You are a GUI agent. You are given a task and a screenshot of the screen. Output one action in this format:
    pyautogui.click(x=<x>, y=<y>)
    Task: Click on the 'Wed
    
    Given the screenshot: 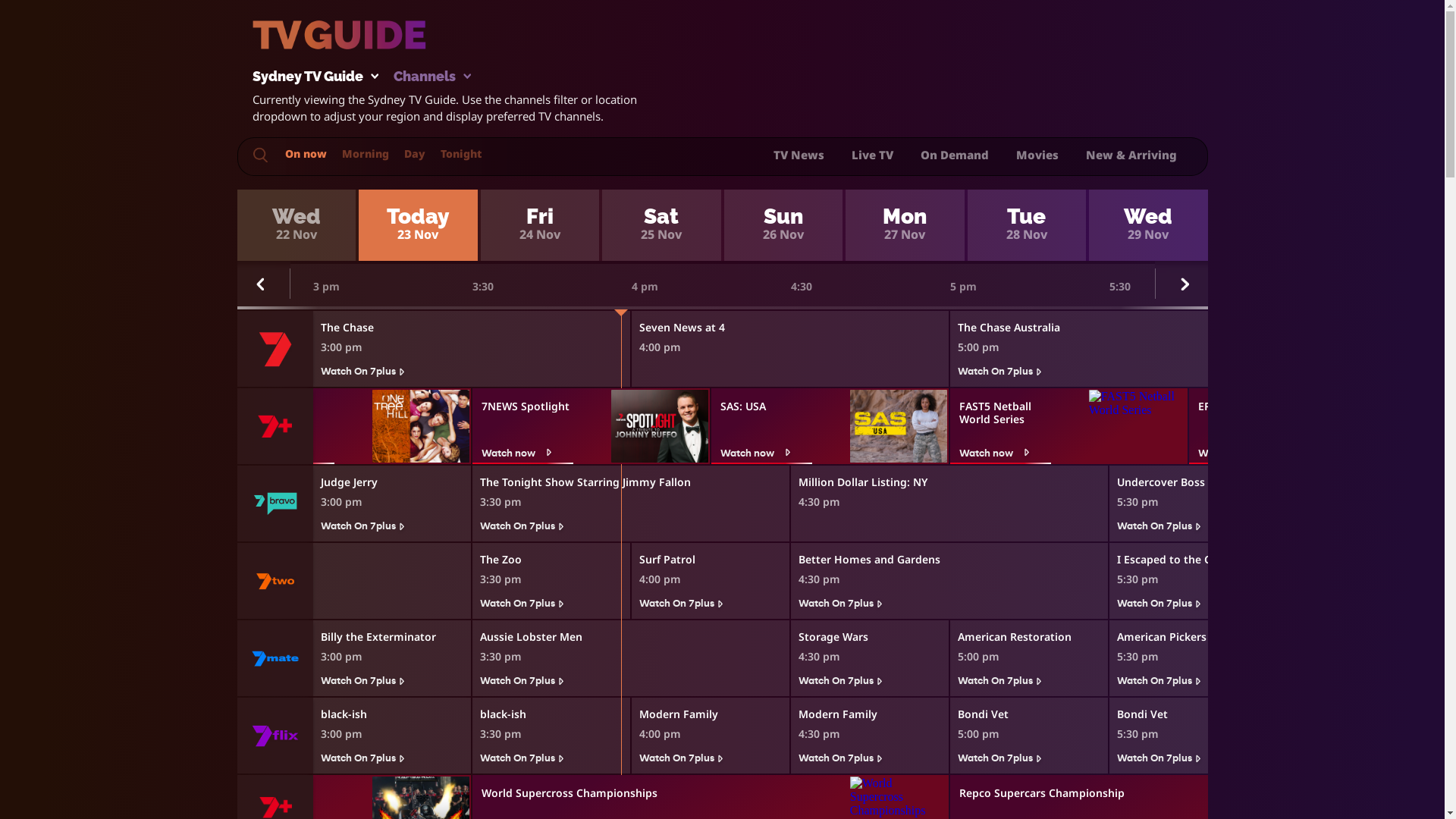 What is the action you would take?
    pyautogui.click(x=296, y=225)
    